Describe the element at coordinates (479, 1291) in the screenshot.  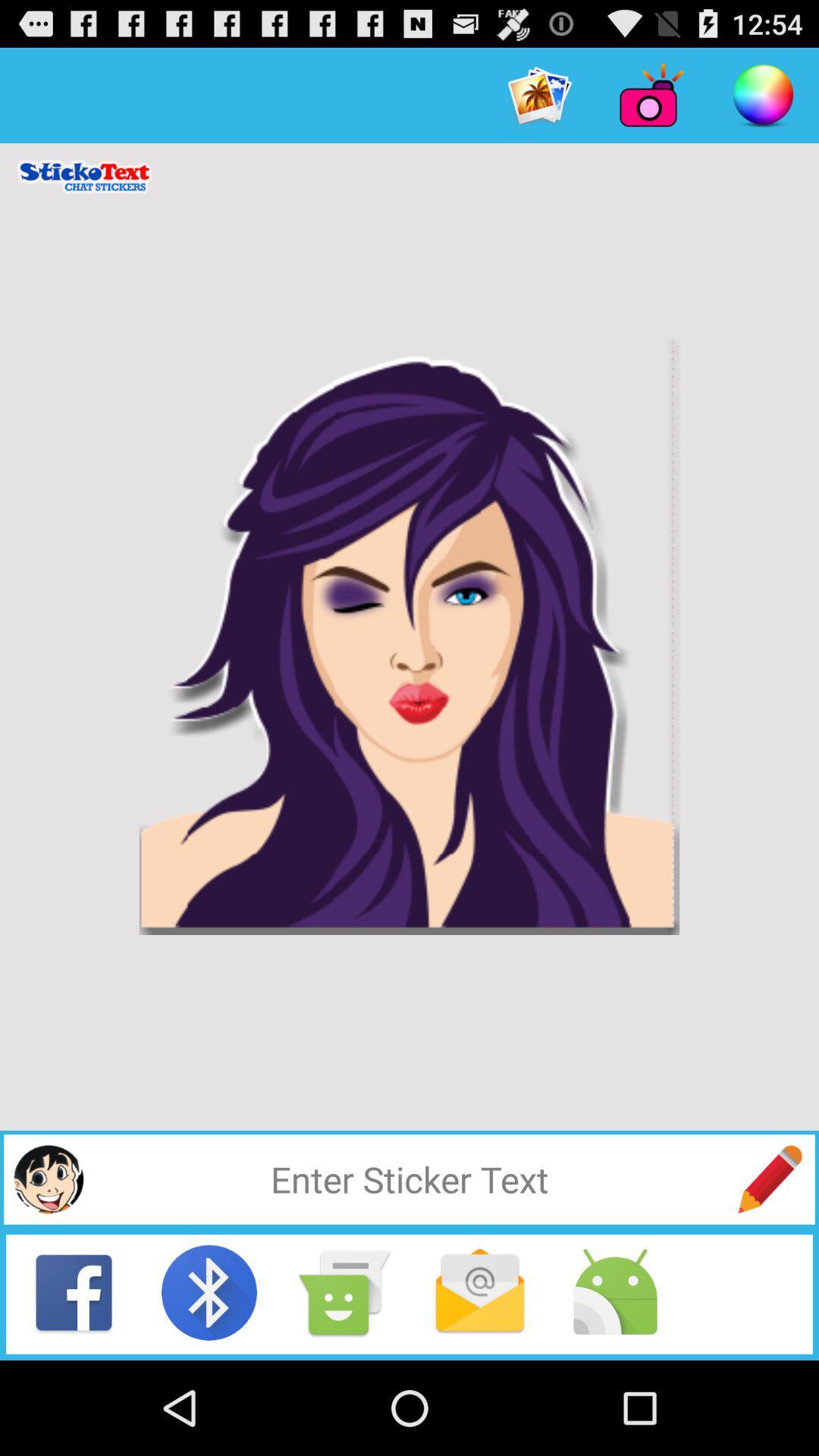
I see `see messages` at that location.